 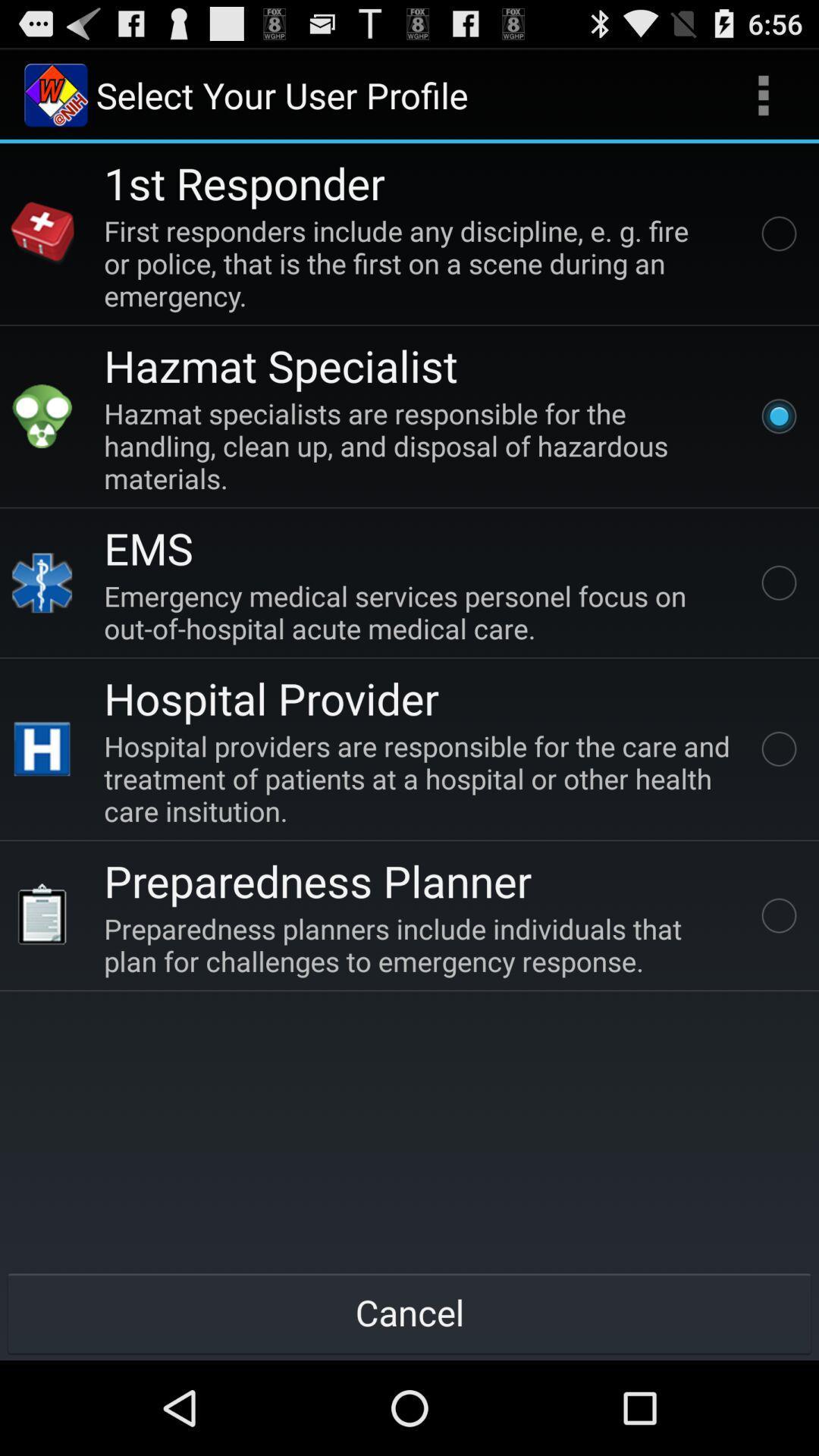 What do you see at coordinates (271, 697) in the screenshot?
I see `the app above hospital providers are icon` at bounding box center [271, 697].